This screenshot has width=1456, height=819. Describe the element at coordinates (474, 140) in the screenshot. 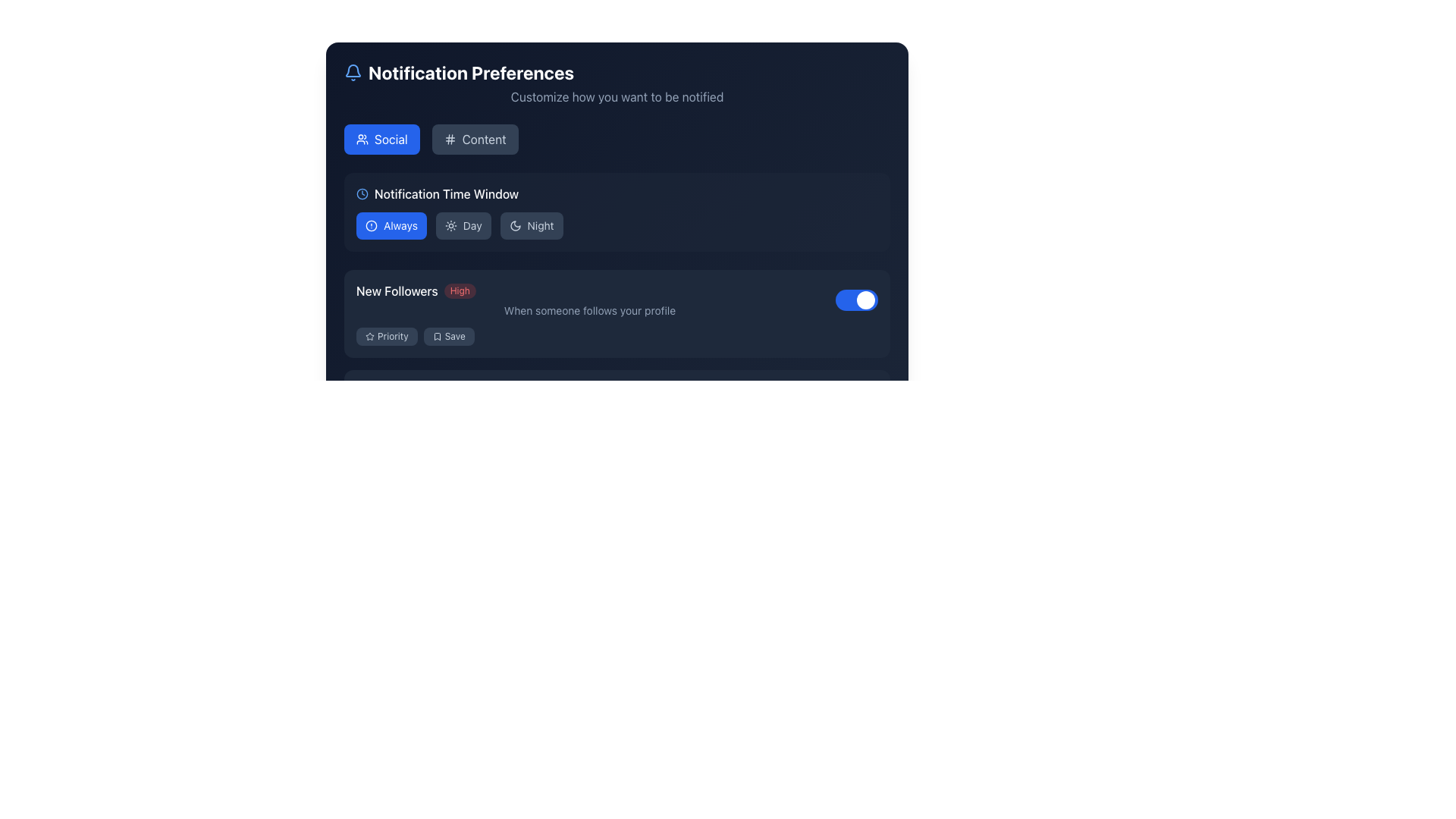

I see `the rectangular button with rounded corners, dark slate blue background, and light gray text reading 'Content'` at that location.